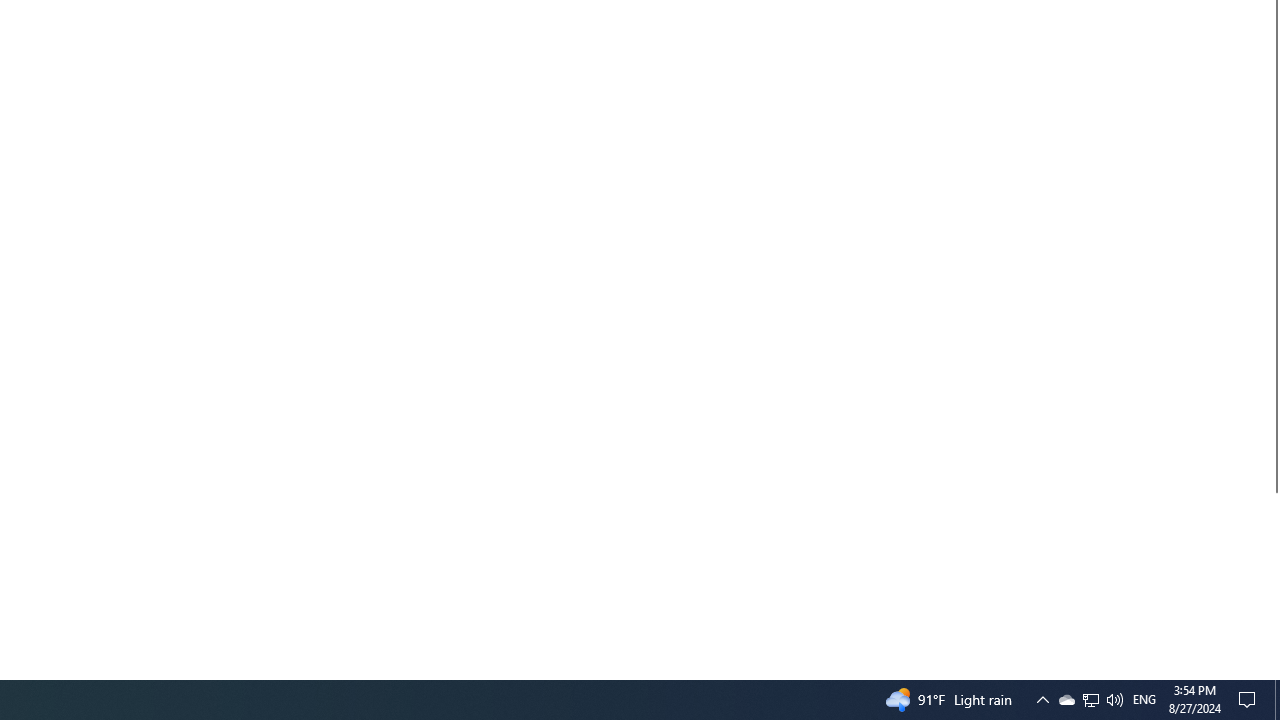 The width and height of the screenshot is (1280, 720). I want to click on 'User Promoted Notification Area', so click(1089, 698).